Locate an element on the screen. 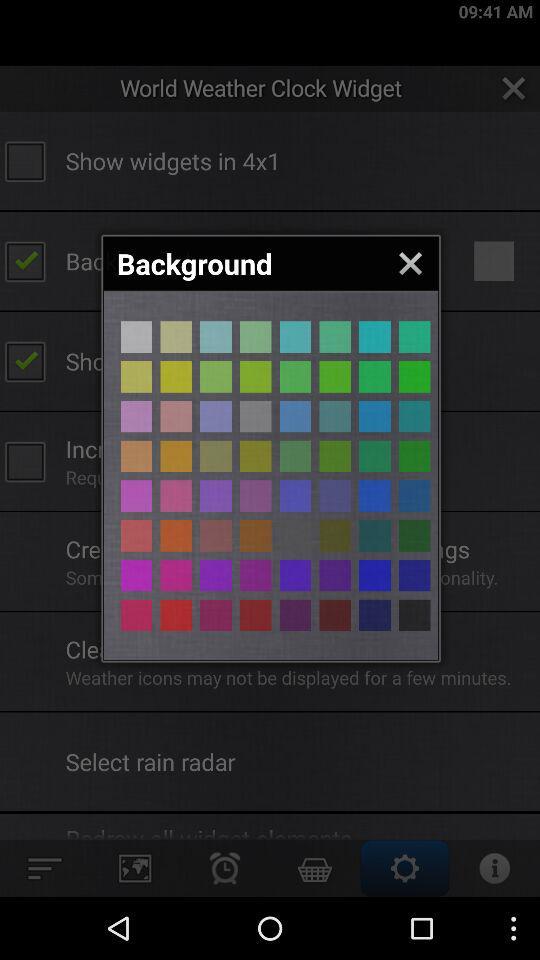 The width and height of the screenshot is (540, 960). color is located at coordinates (374, 375).